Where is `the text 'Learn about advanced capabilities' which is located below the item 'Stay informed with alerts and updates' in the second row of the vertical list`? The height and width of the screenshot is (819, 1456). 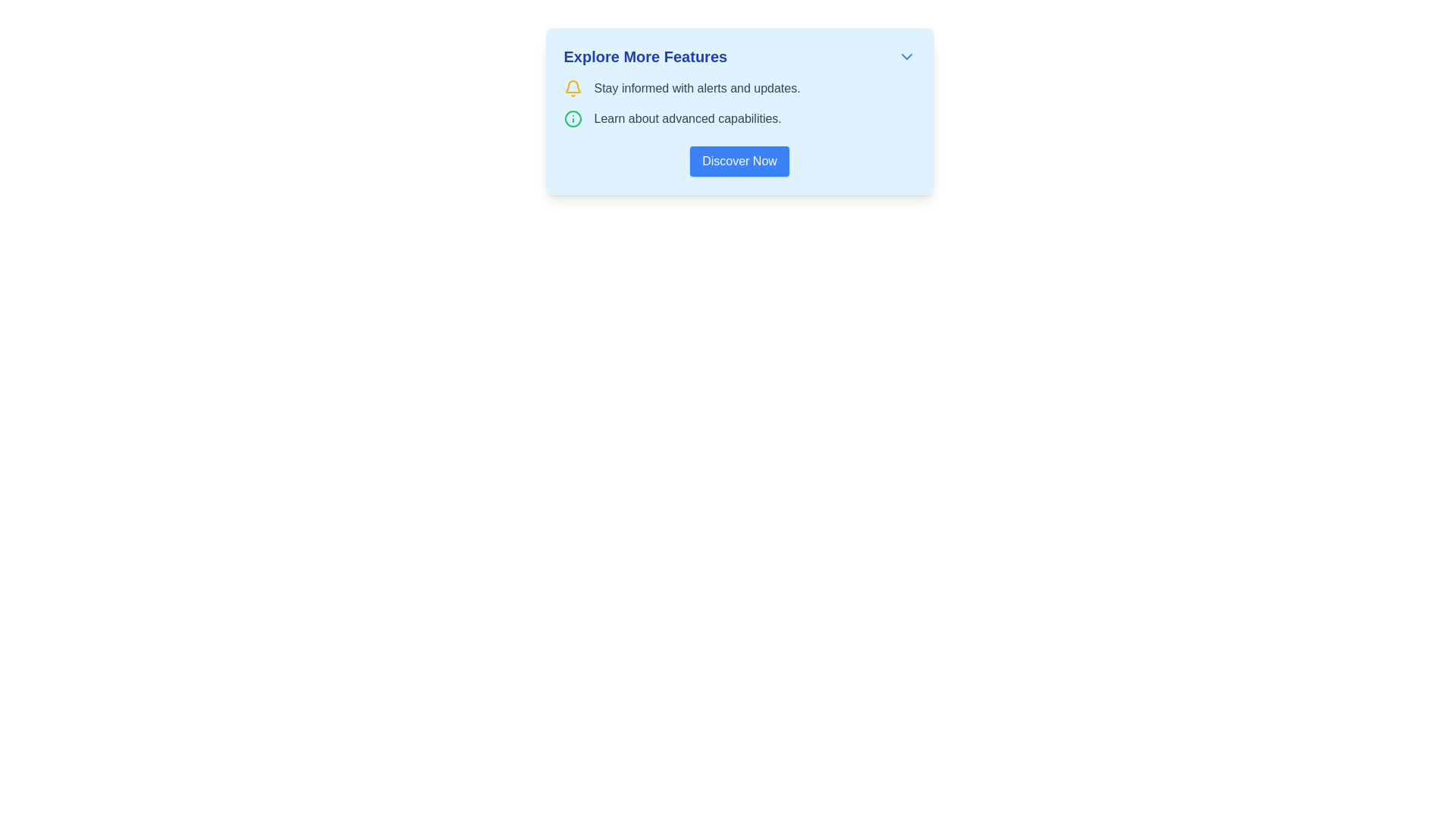
the text 'Learn about advanced capabilities' which is located below the item 'Stay informed with alerts and updates' in the second row of the vertical list is located at coordinates (739, 118).